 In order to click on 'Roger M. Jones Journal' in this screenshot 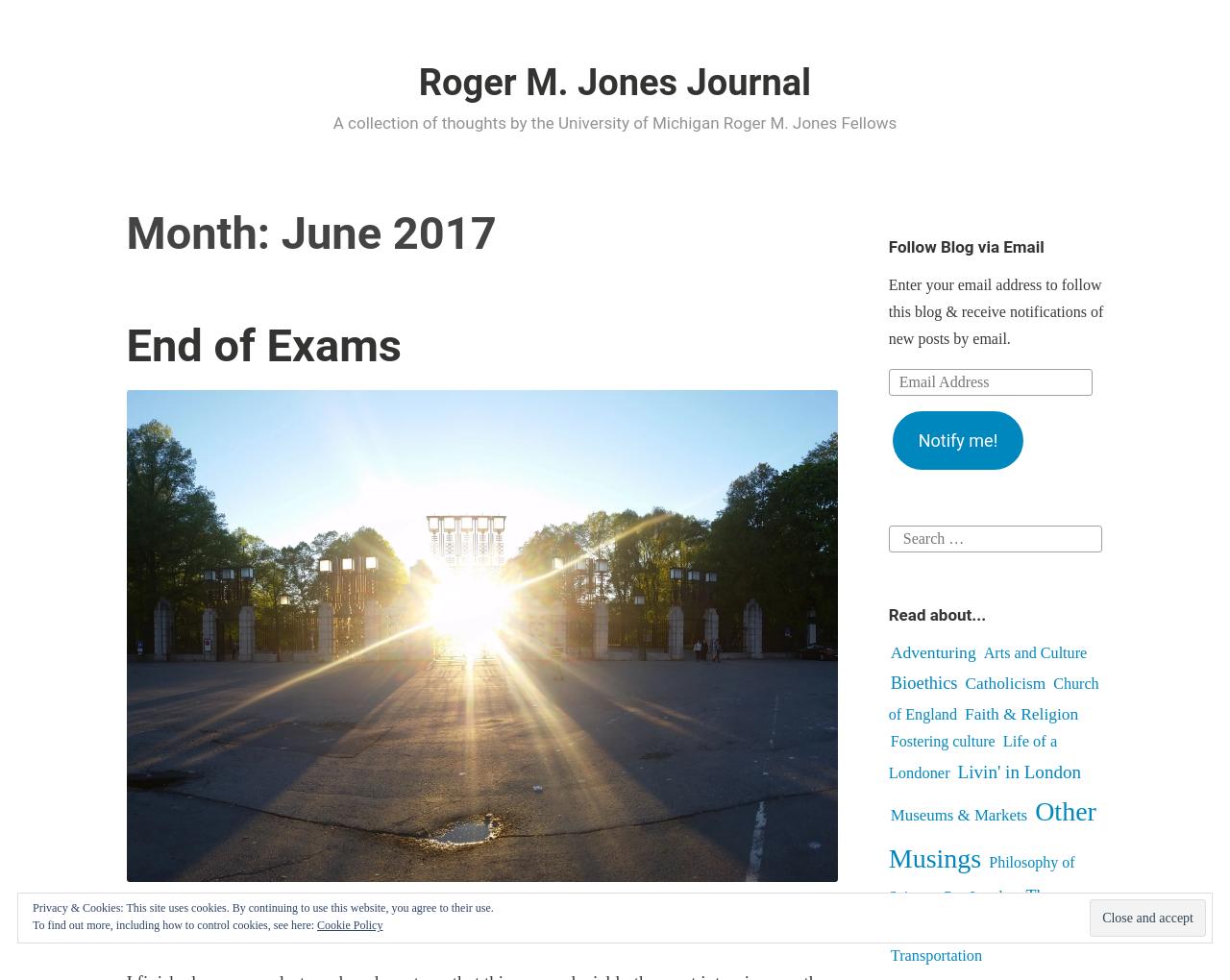, I will do `click(613, 81)`.